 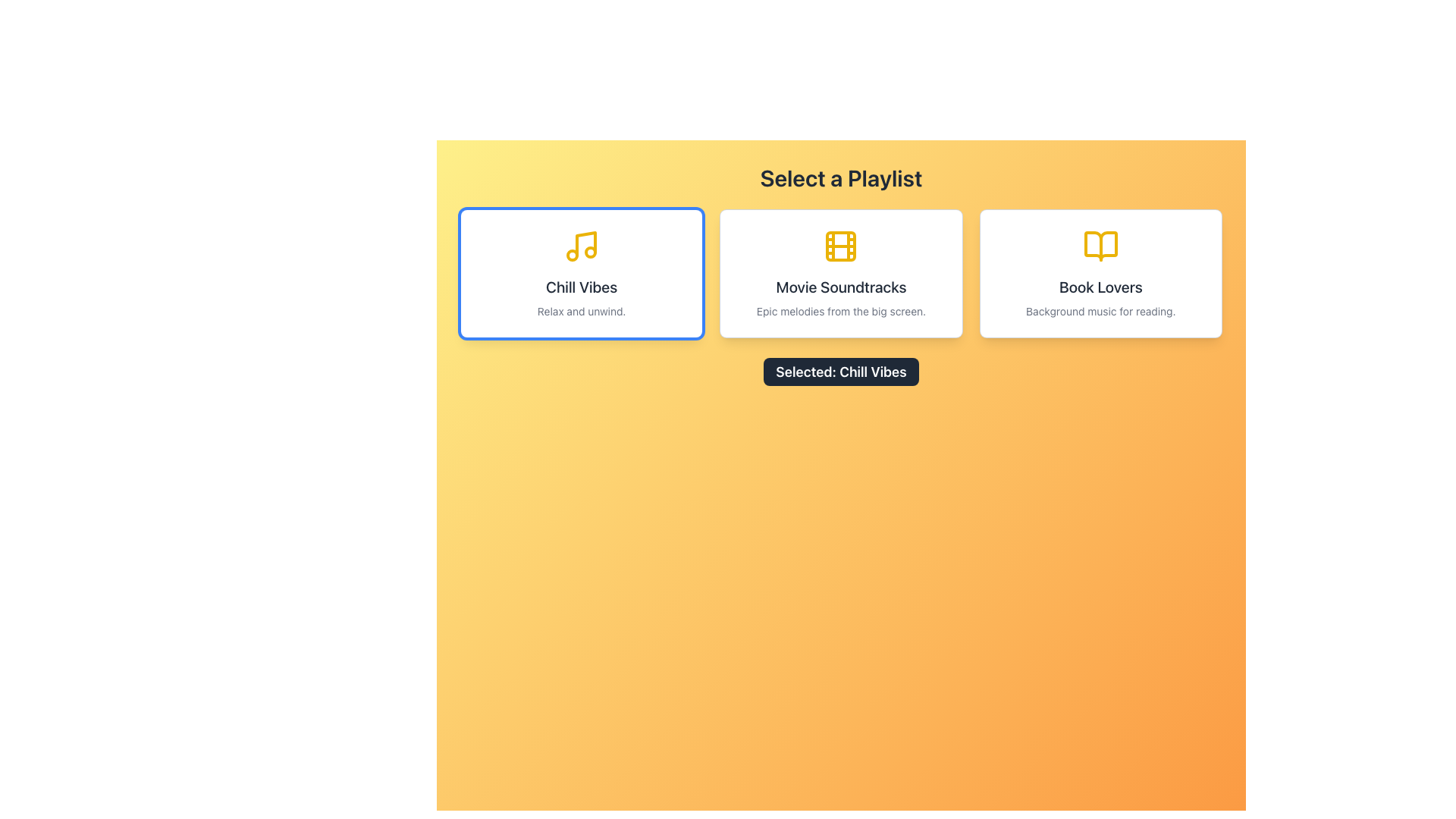 What do you see at coordinates (840, 372) in the screenshot?
I see `the Text Display element that indicates the currently selected playlist, positioned below the playlist selection area` at bounding box center [840, 372].